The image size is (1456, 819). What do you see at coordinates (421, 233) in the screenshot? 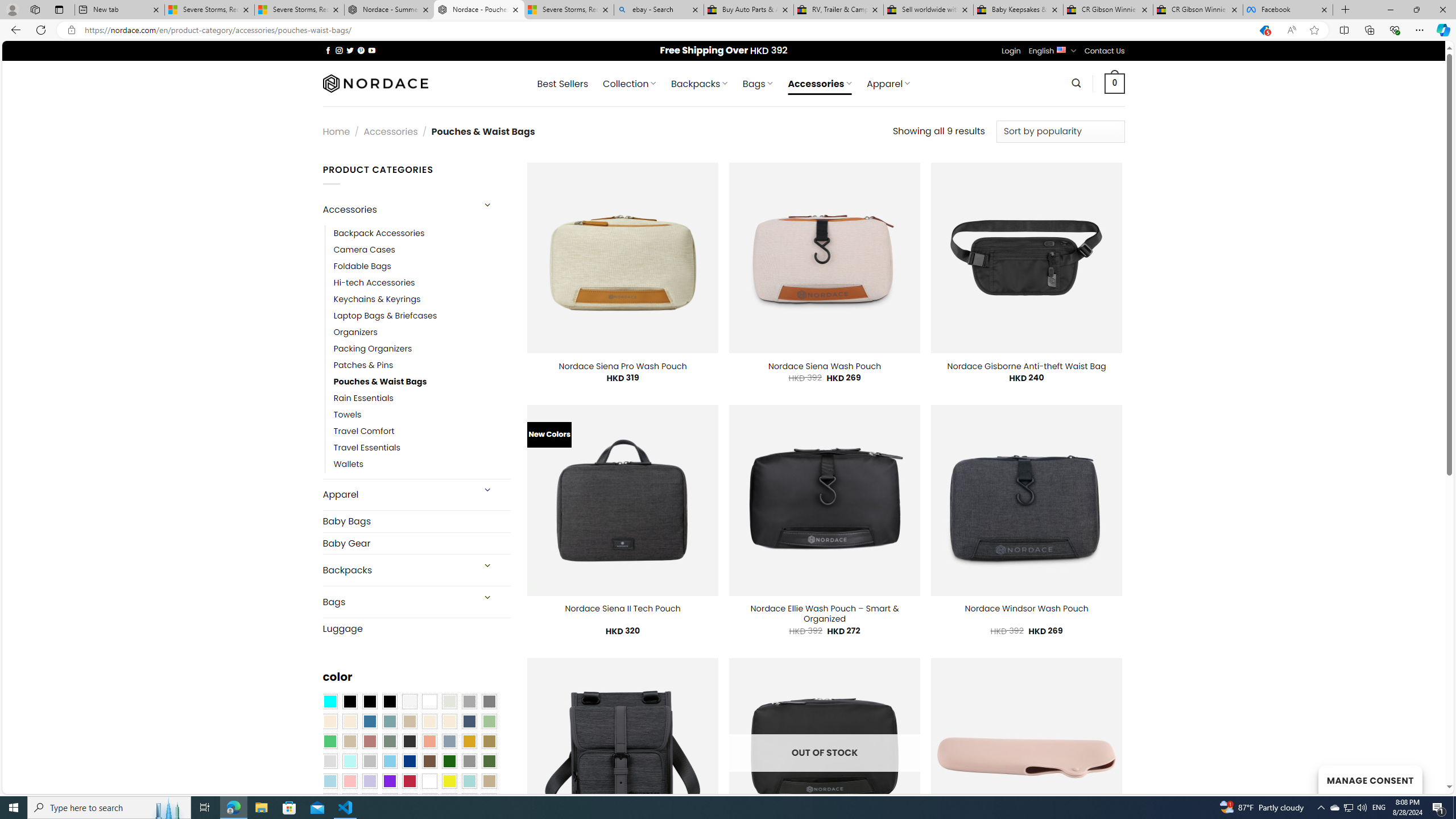
I see `'Backpack Accessories'` at bounding box center [421, 233].